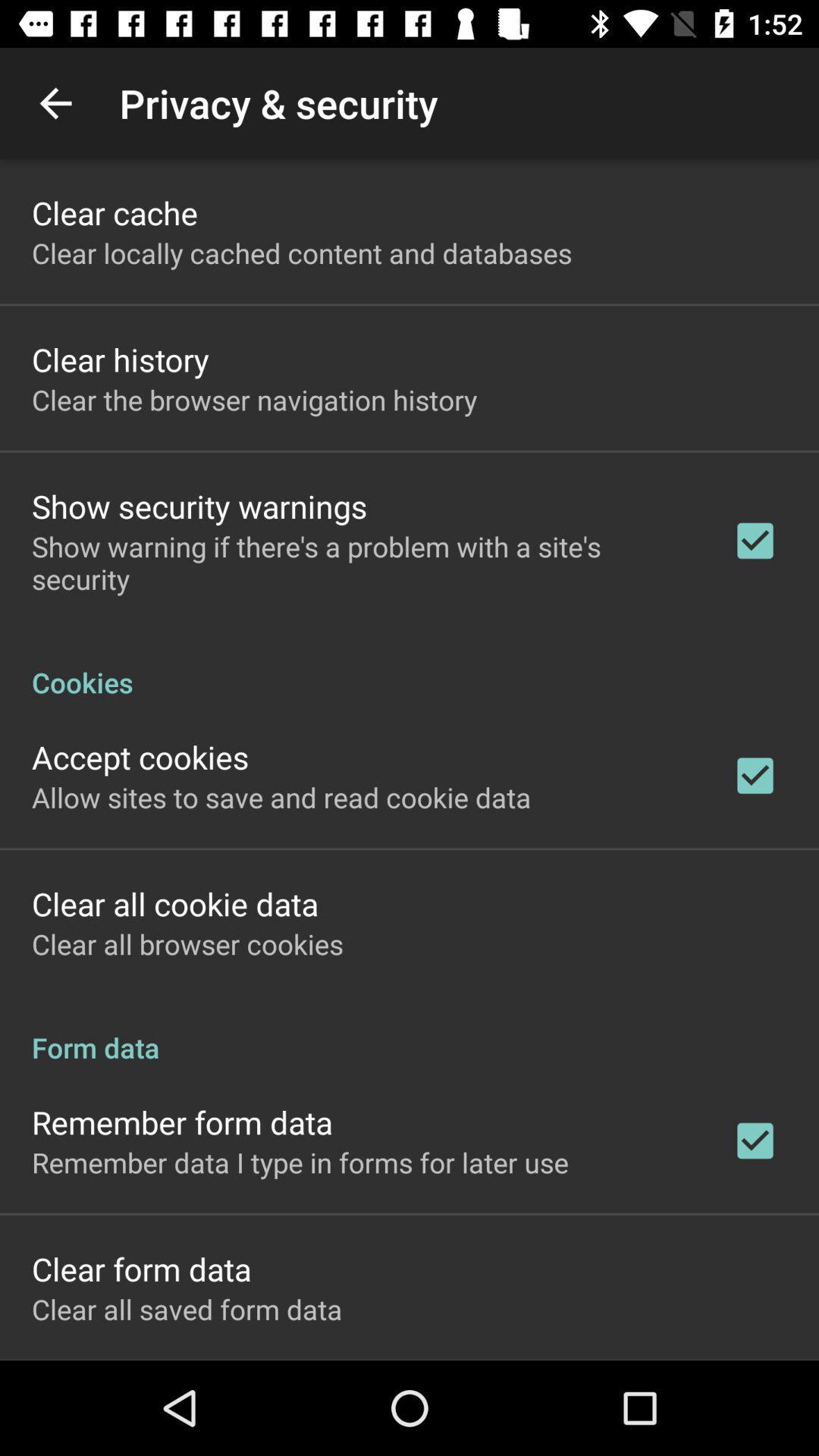 The image size is (819, 1456). Describe the element at coordinates (55, 102) in the screenshot. I see `the item above the clear cache item` at that location.